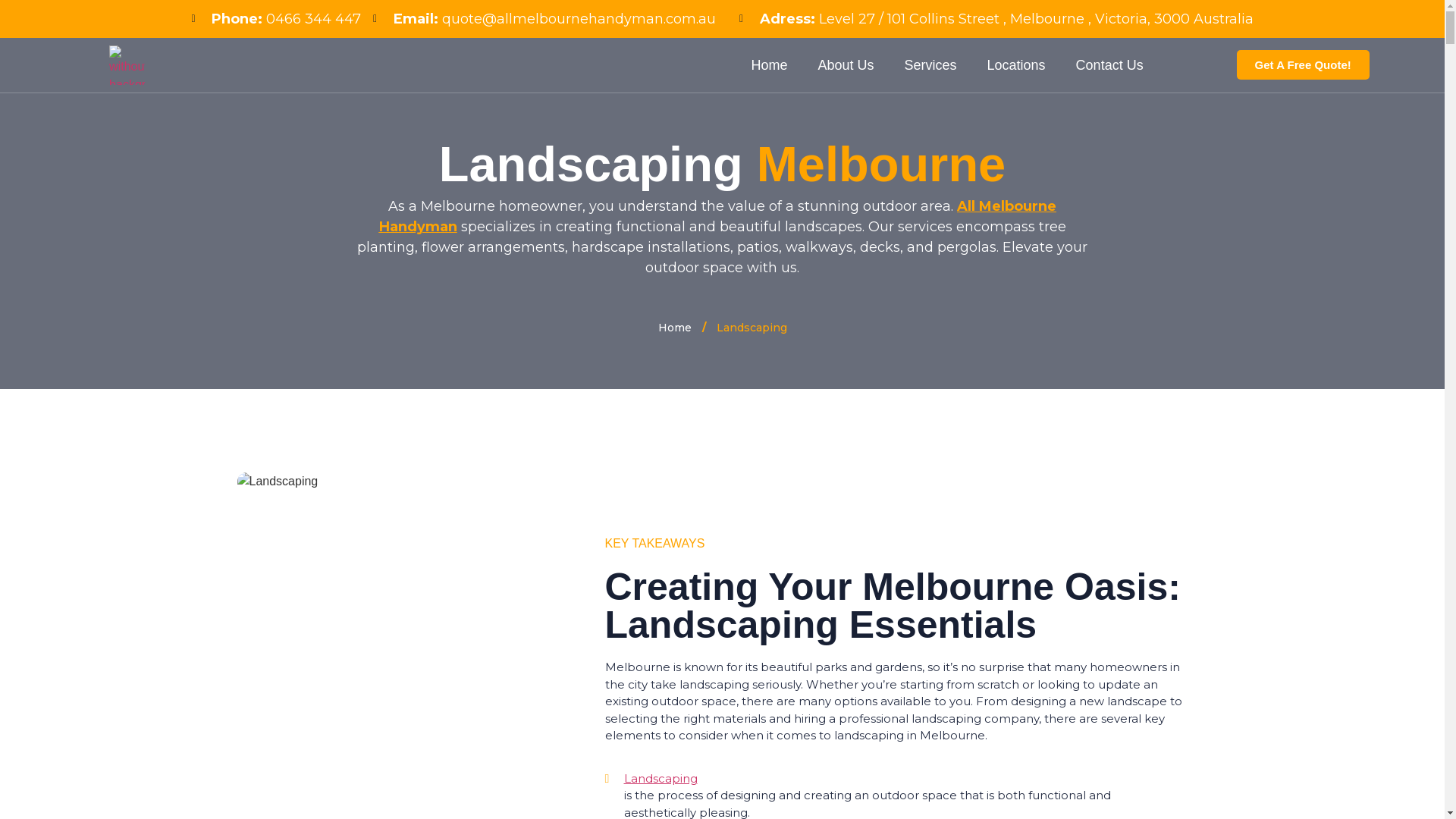  Describe the element at coordinates (844, 64) in the screenshot. I see `'About Us'` at that location.